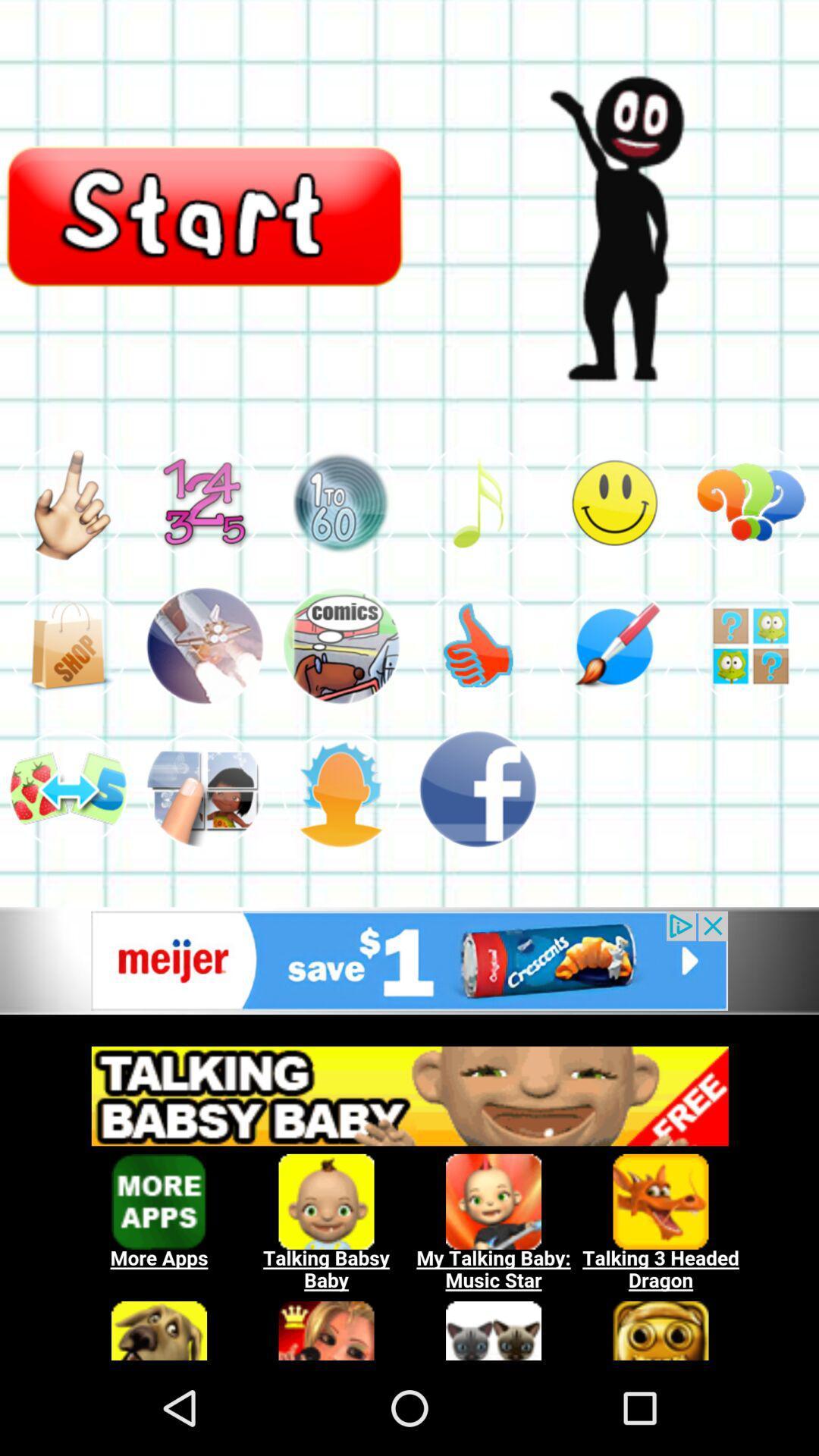 The image size is (819, 1456). I want to click on 1 at meijer crescent rolls, so click(409, 960).